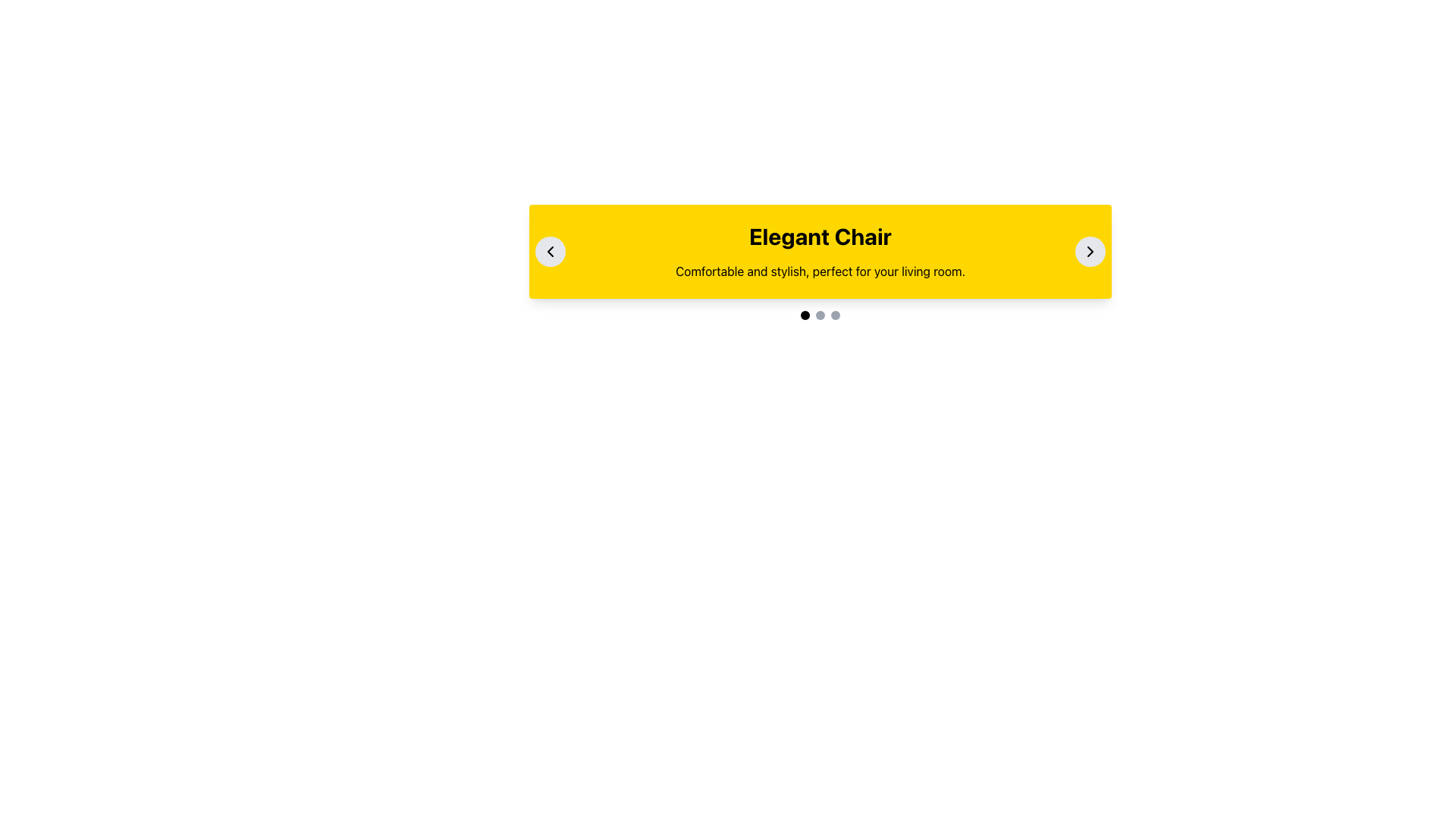  Describe the element at coordinates (835, 315) in the screenshot. I see `the third small circular button or step indicator below the yellow banner labeled 'Elegant Chair'` at that location.